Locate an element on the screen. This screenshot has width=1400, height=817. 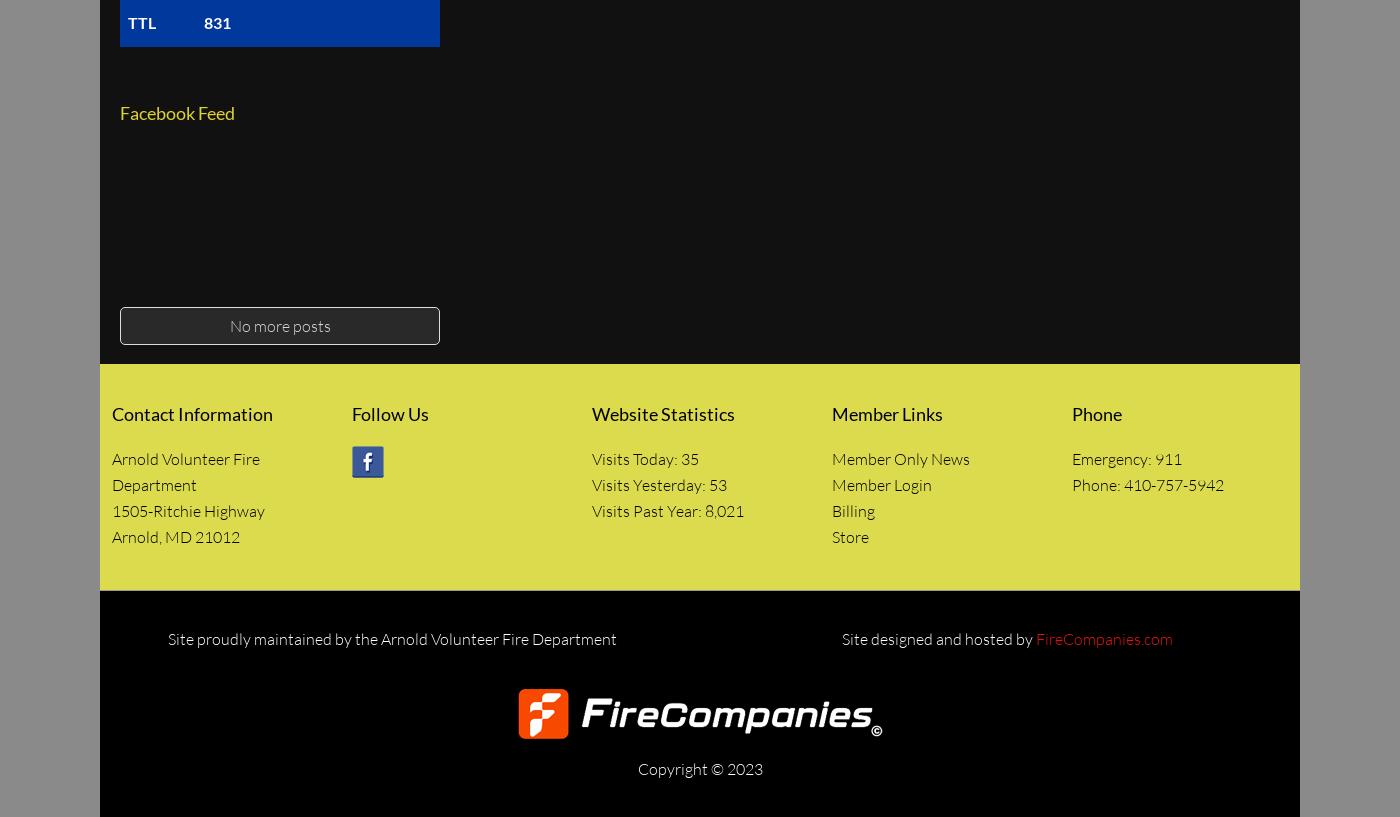
'Member Links' is located at coordinates (832, 413).